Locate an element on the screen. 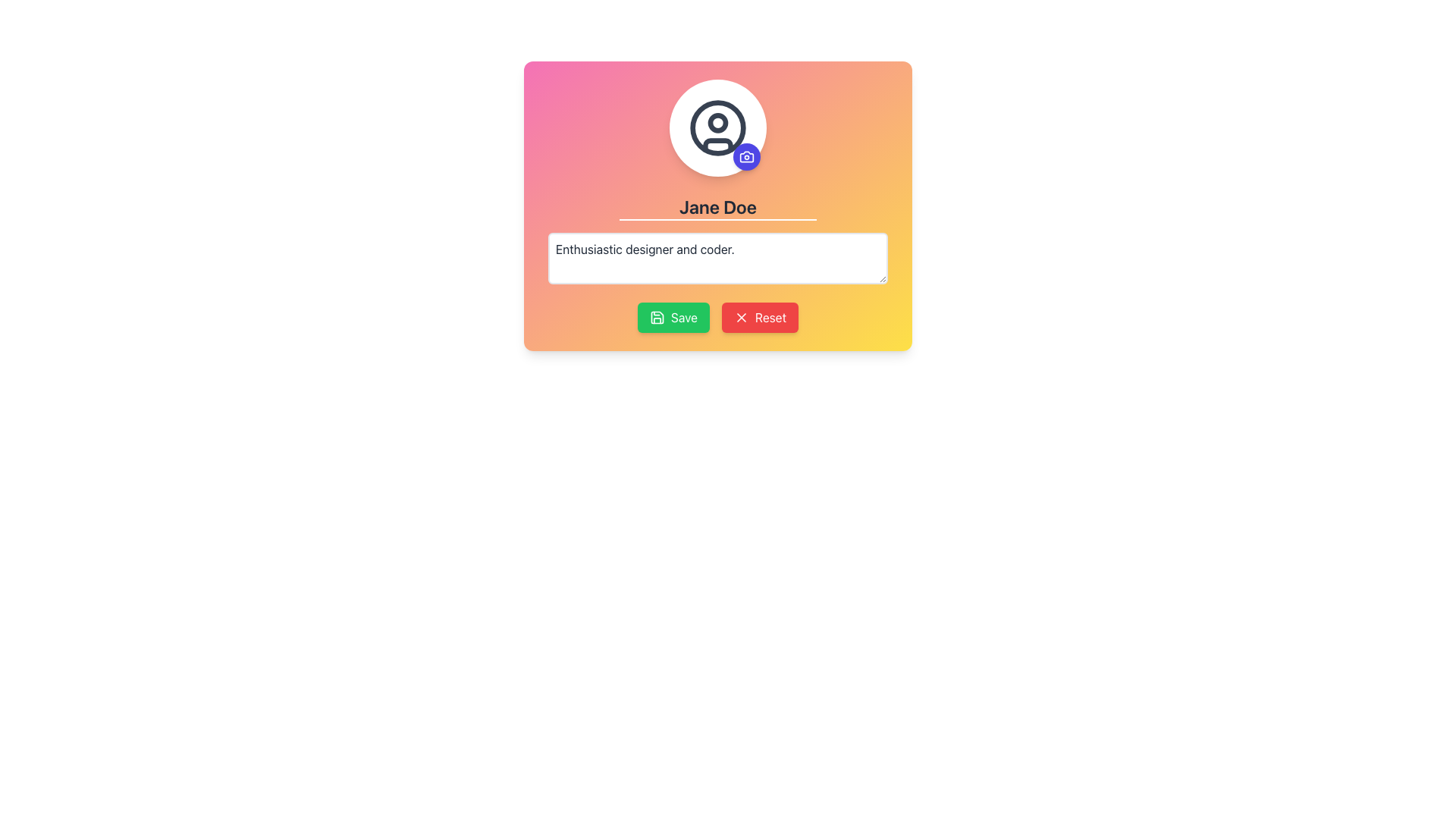 The width and height of the screenshot is (1456, 819). the icon representing a document with a downward-facing arrow, which is located to the left of the 'Save' text within the green action button is located at coordinates (657, 317).